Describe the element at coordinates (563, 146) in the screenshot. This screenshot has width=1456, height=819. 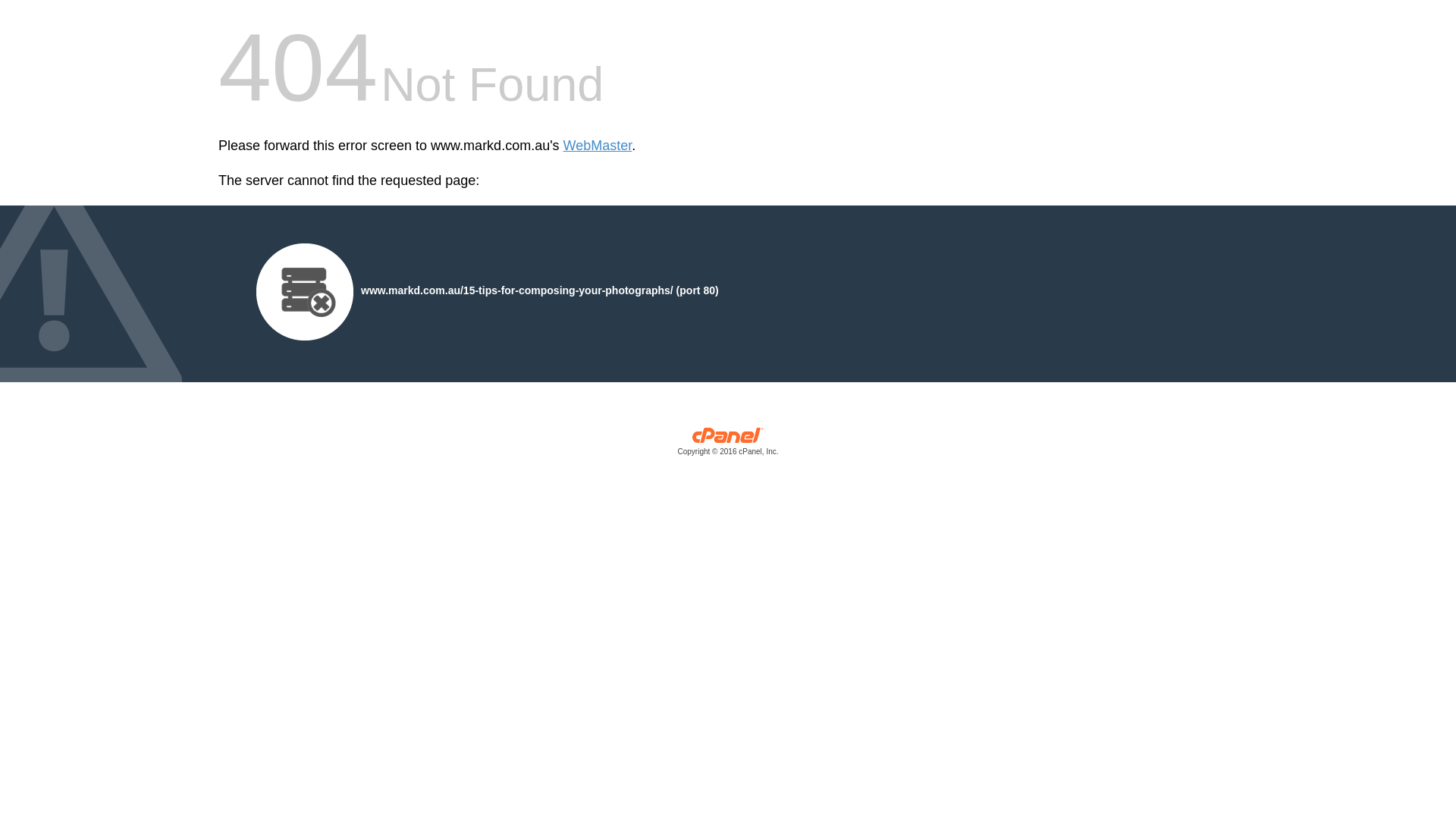
I see `'WebMaster'` at that location.